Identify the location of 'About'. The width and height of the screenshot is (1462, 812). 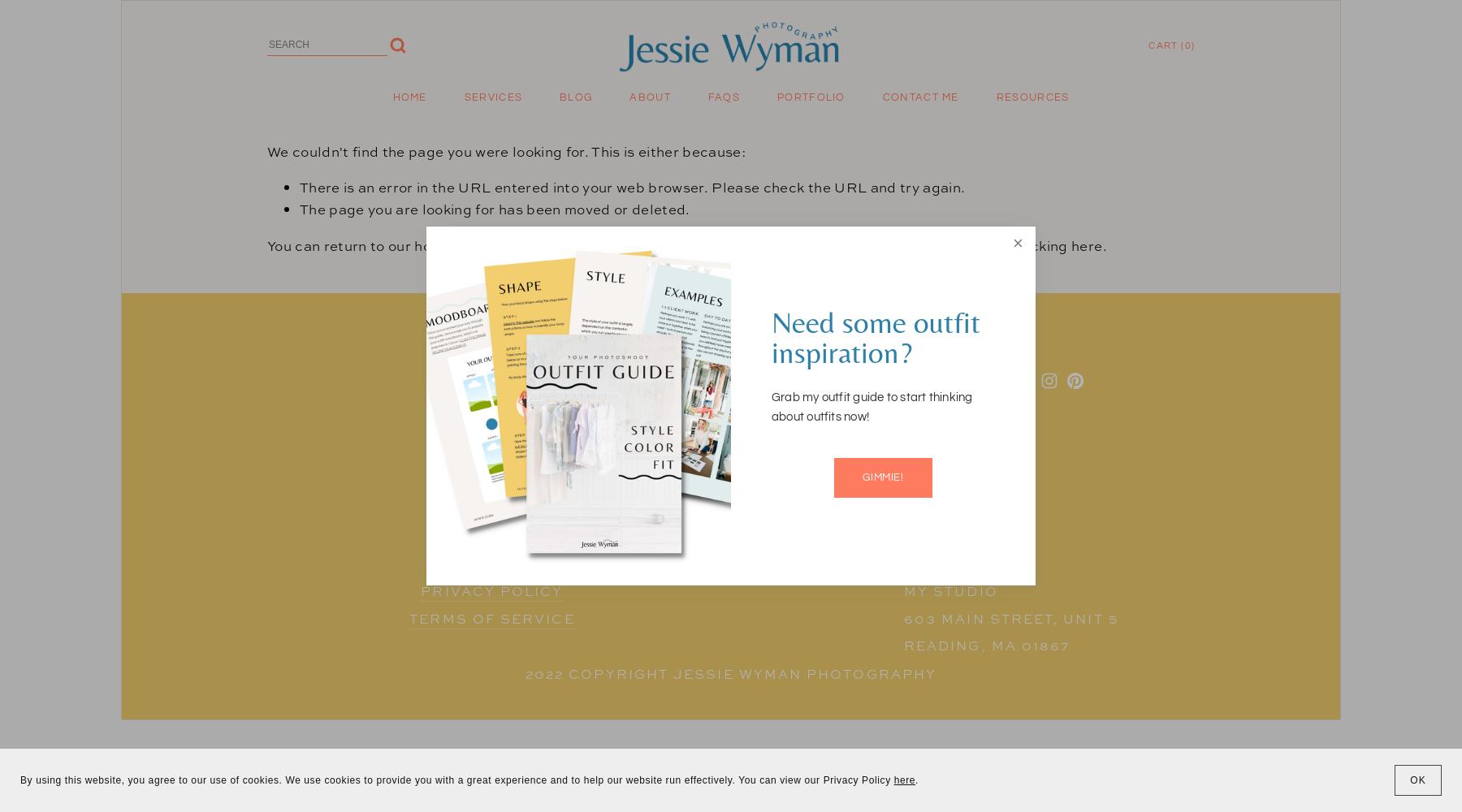
(649, 97).